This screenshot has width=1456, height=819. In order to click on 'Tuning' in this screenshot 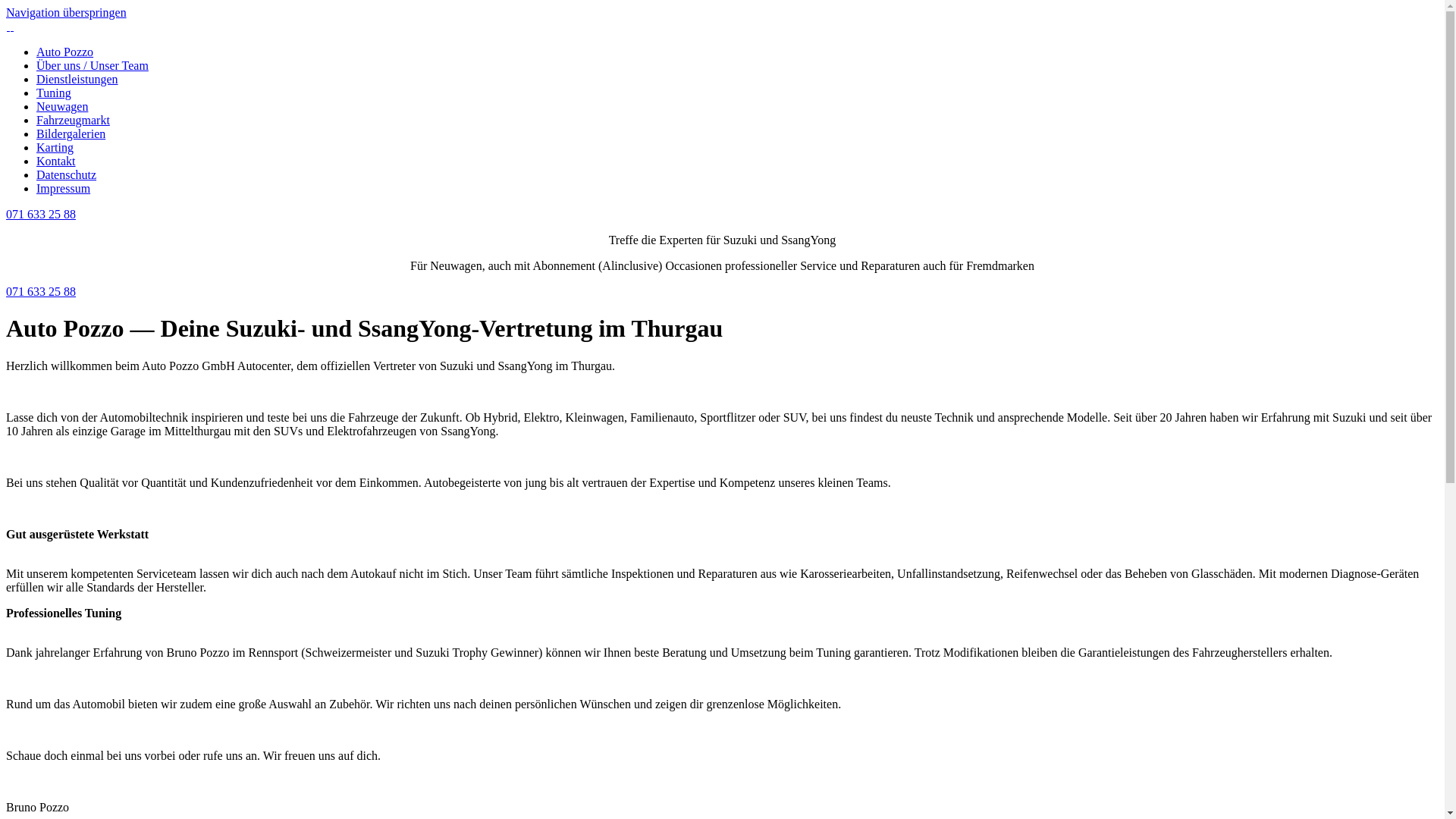, I will do `click(54, 93)`.